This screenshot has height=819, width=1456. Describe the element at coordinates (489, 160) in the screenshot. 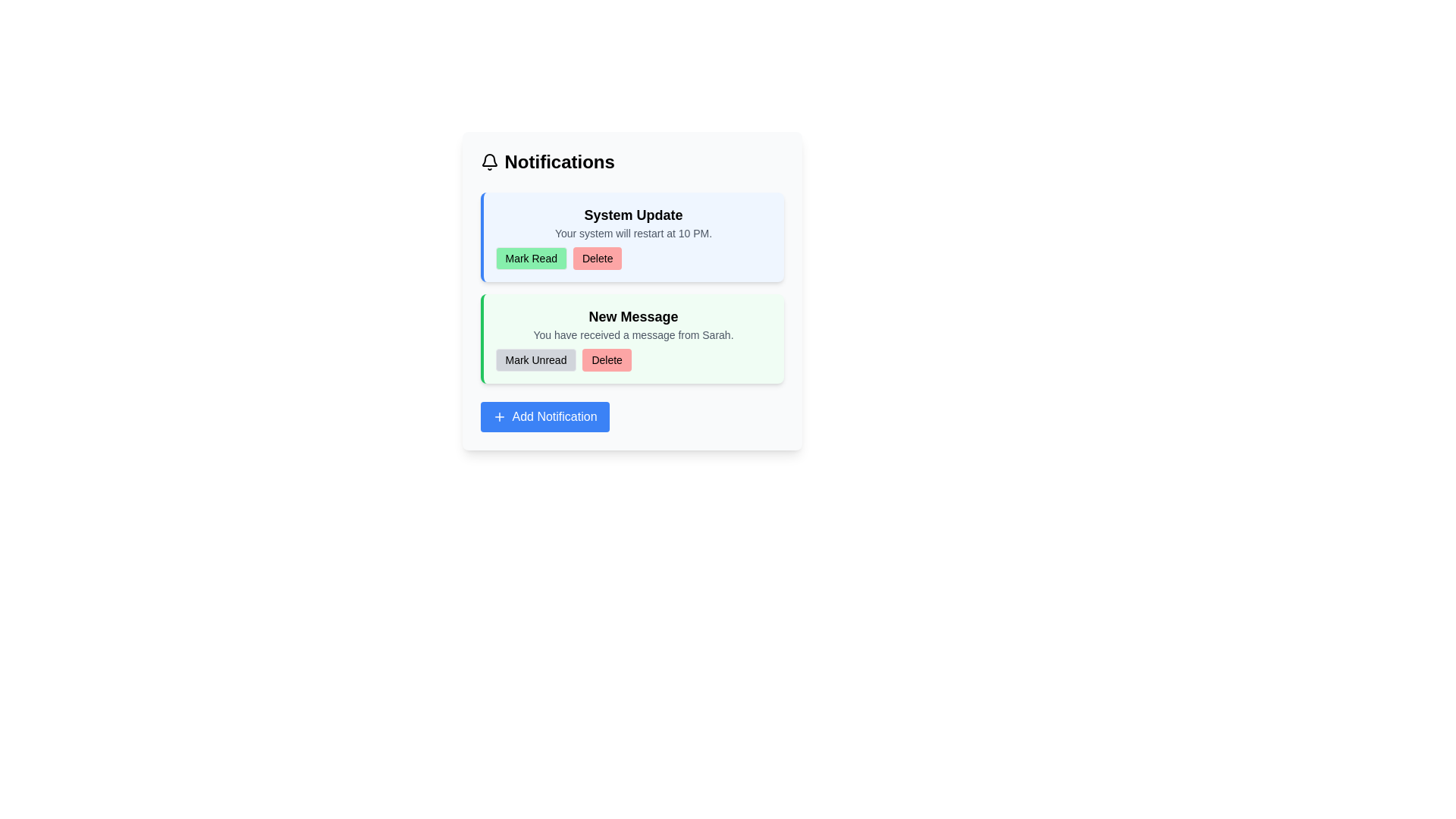

I see `the curved, horizontal line of the bell icon located in the upper-left corner of the notification panel` at that location.